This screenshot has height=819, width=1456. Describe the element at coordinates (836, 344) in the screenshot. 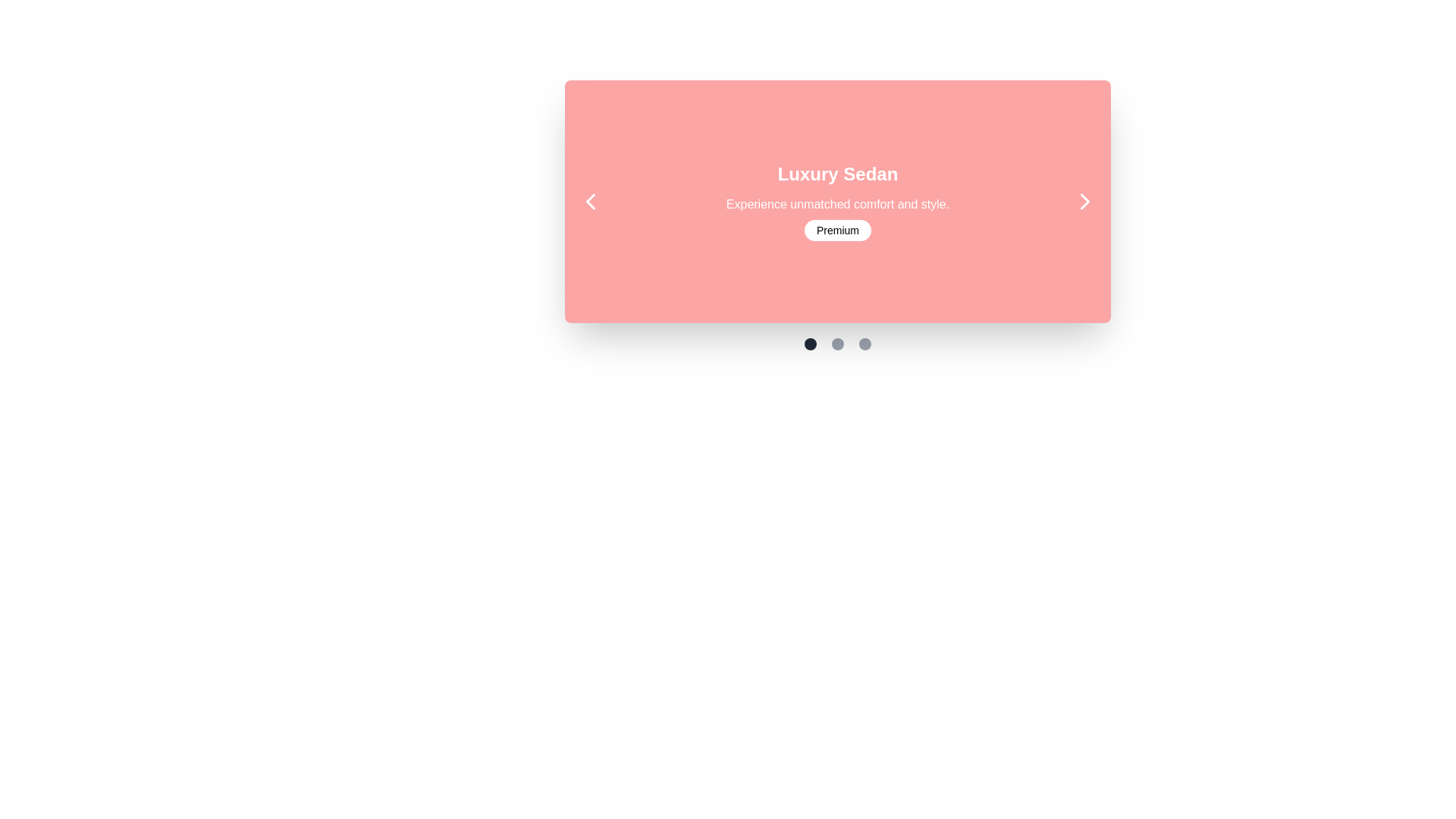

I see `the second circular indicator button, which is a small circular dot with a gray background` at that location.